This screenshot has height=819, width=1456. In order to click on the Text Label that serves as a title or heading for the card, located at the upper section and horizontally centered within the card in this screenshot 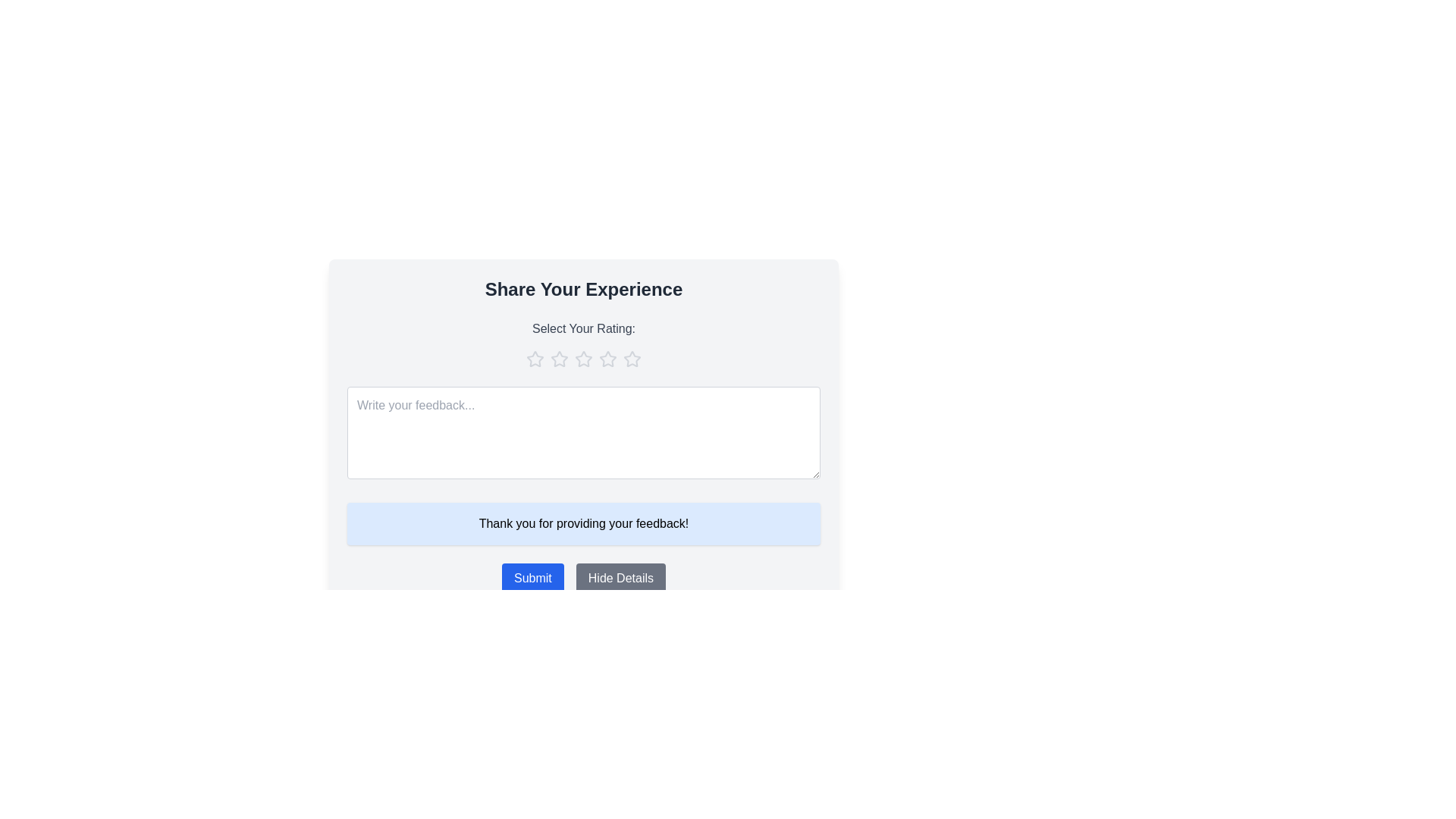, I will do `click(582, 289)`.